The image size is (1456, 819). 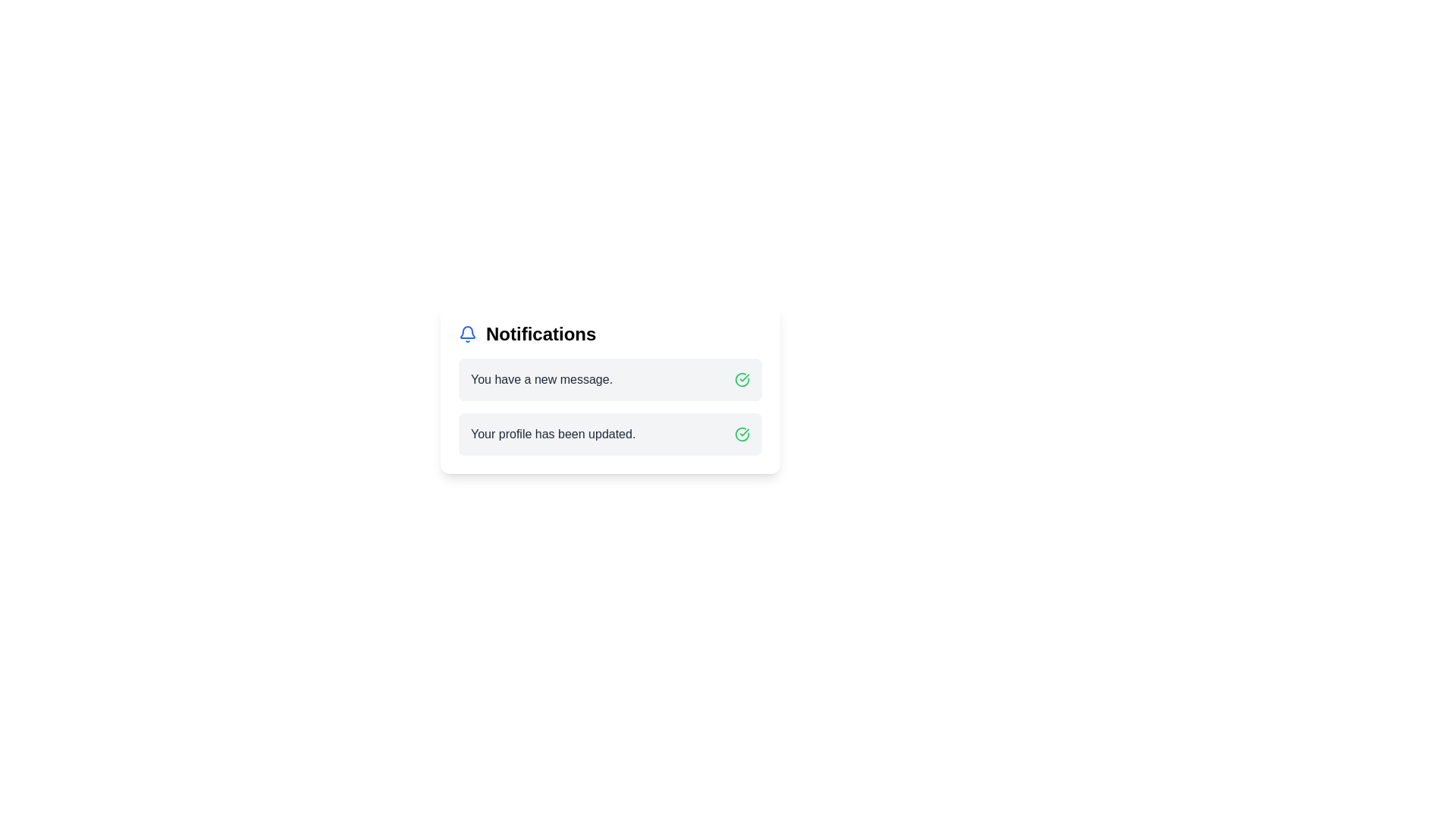 I want to click on the confirmation icon located at the right-most edge of the notification card that indicates 'You have a new message.', so click(x=742, y=379).